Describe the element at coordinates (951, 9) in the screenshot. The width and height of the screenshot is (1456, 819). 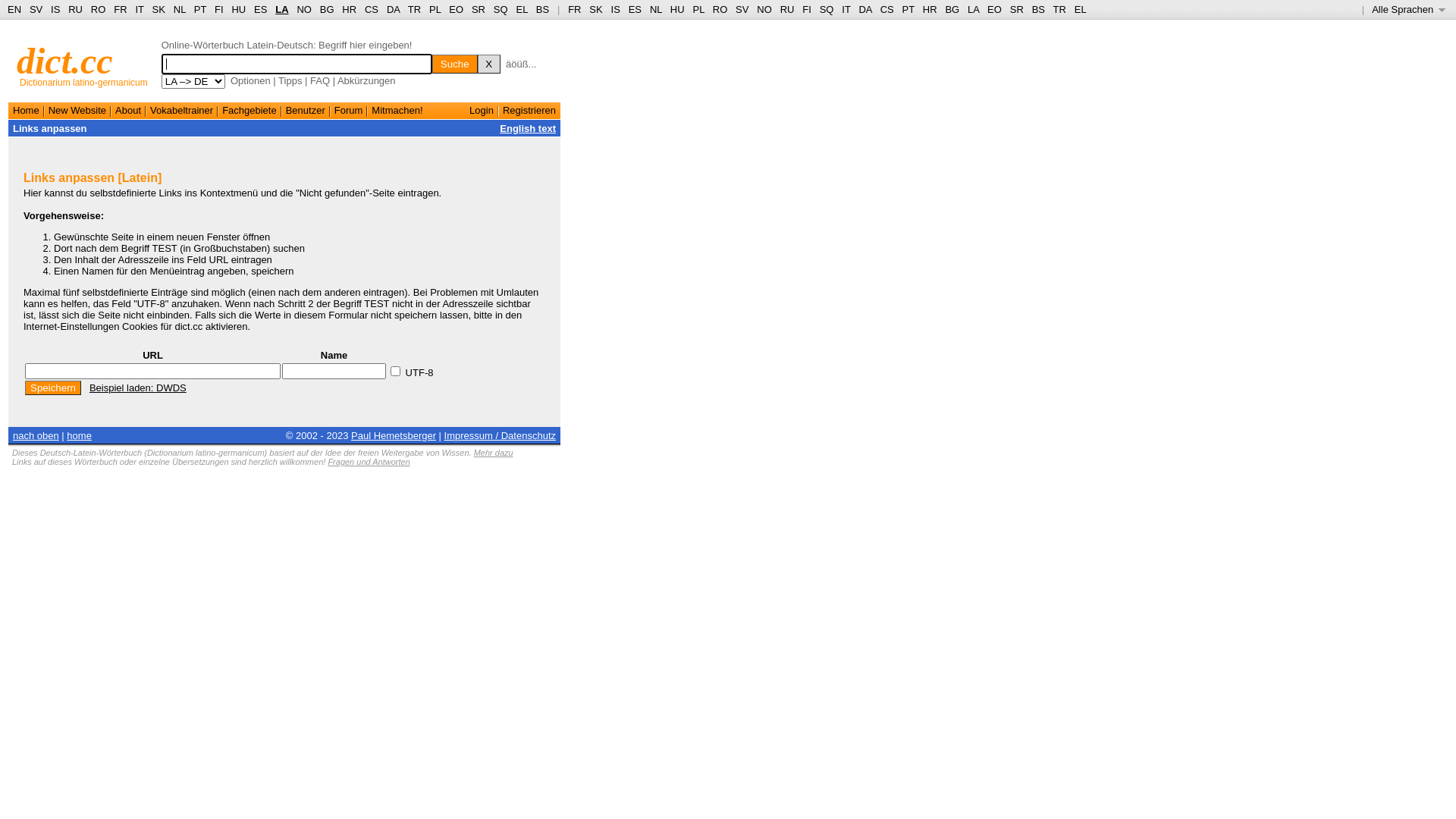
I see `'BG'` at that location.